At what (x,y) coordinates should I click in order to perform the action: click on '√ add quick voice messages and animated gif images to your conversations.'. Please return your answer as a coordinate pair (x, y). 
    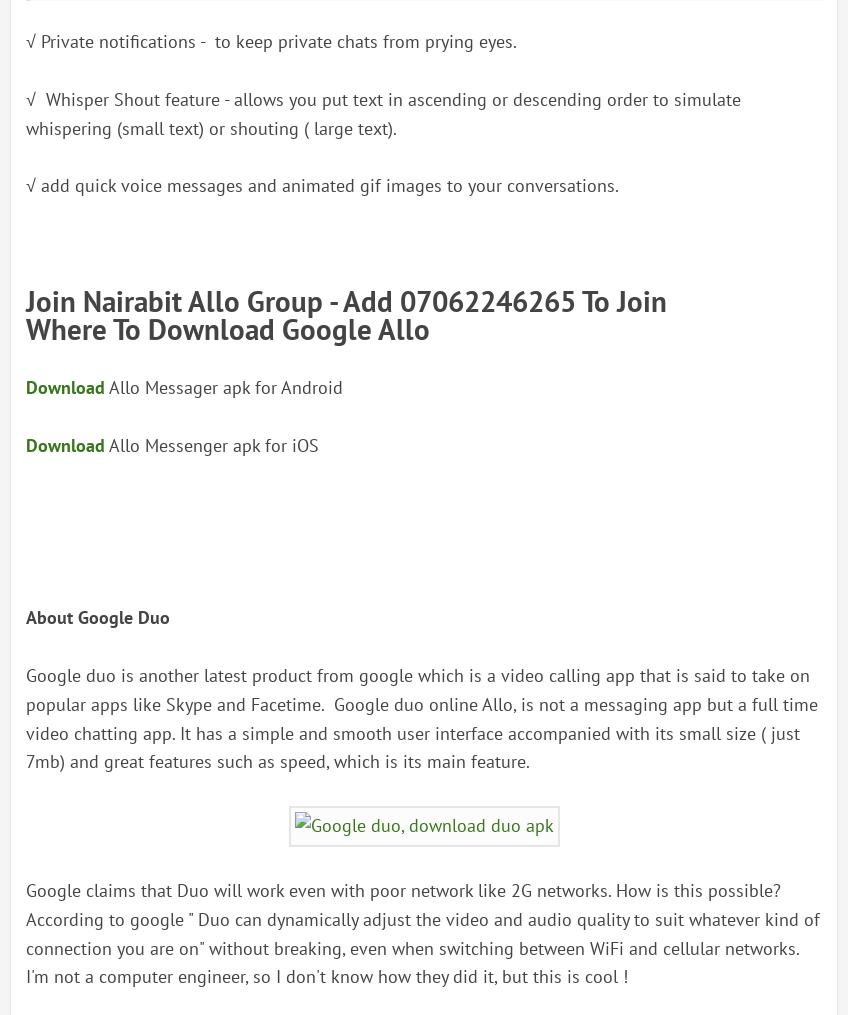
    Looking at the image, I should click on (25, 184).